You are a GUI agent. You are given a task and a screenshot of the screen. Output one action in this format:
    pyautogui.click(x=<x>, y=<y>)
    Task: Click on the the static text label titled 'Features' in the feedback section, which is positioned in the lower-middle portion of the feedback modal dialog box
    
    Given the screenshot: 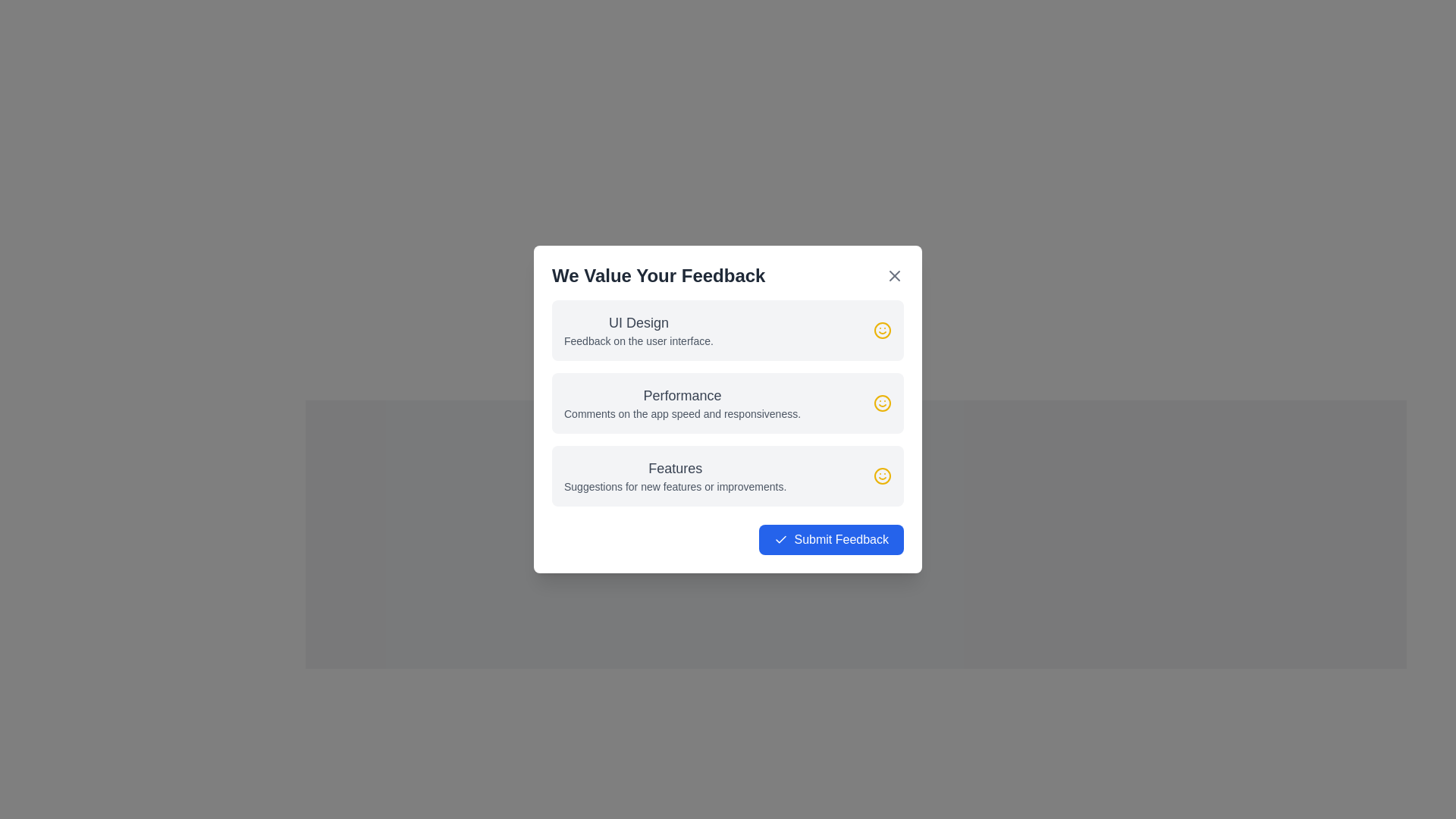 What is the action you would take?
    pyautogui.click(x=674, y=467)
    